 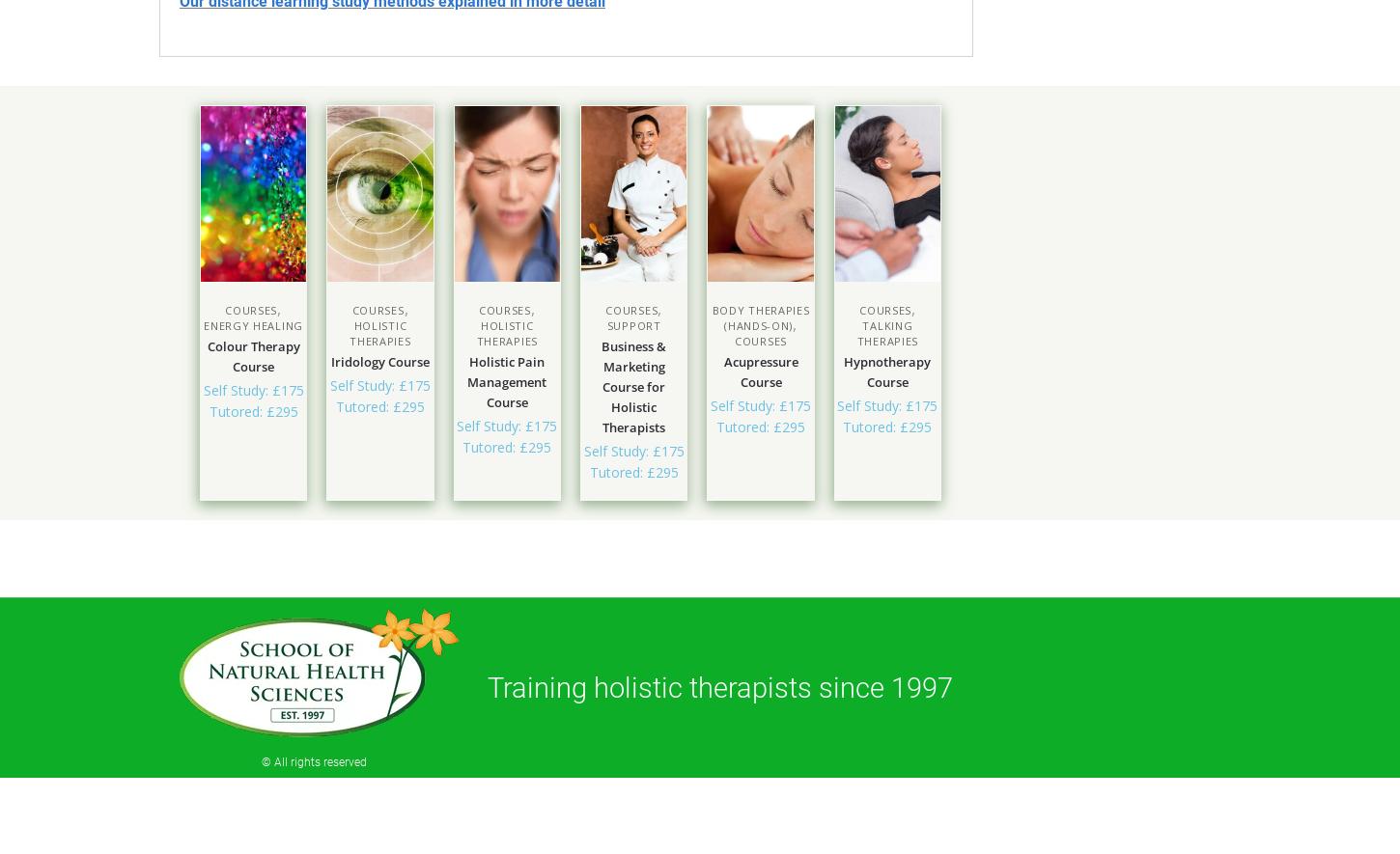 What do you see at coordinates (720, 685) in the screenshot?
I see `'Training holistic therapists since 1997'` at bounding box center [720, 685].